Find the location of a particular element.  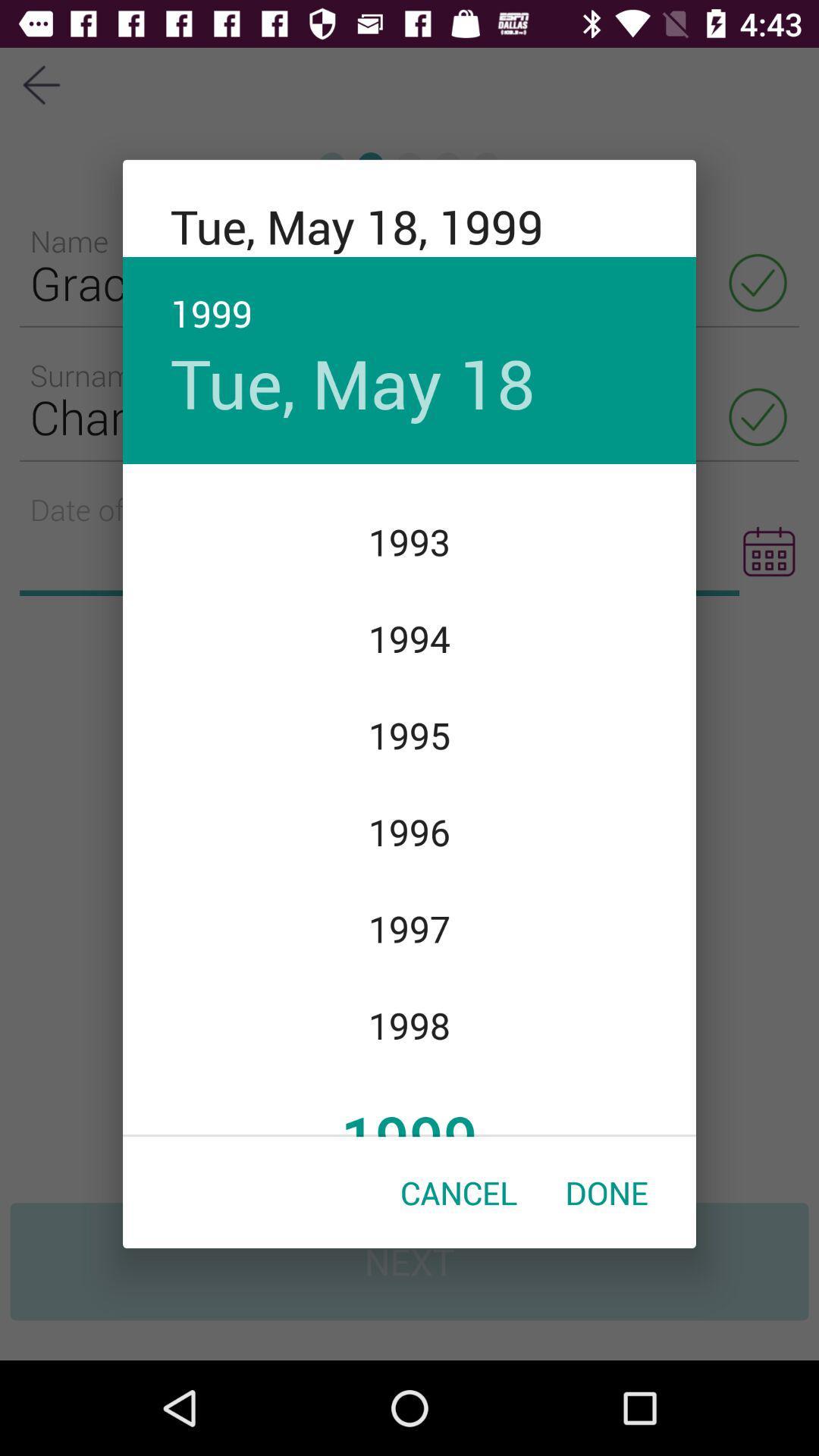

the done is located at coordinates (606, 1191).